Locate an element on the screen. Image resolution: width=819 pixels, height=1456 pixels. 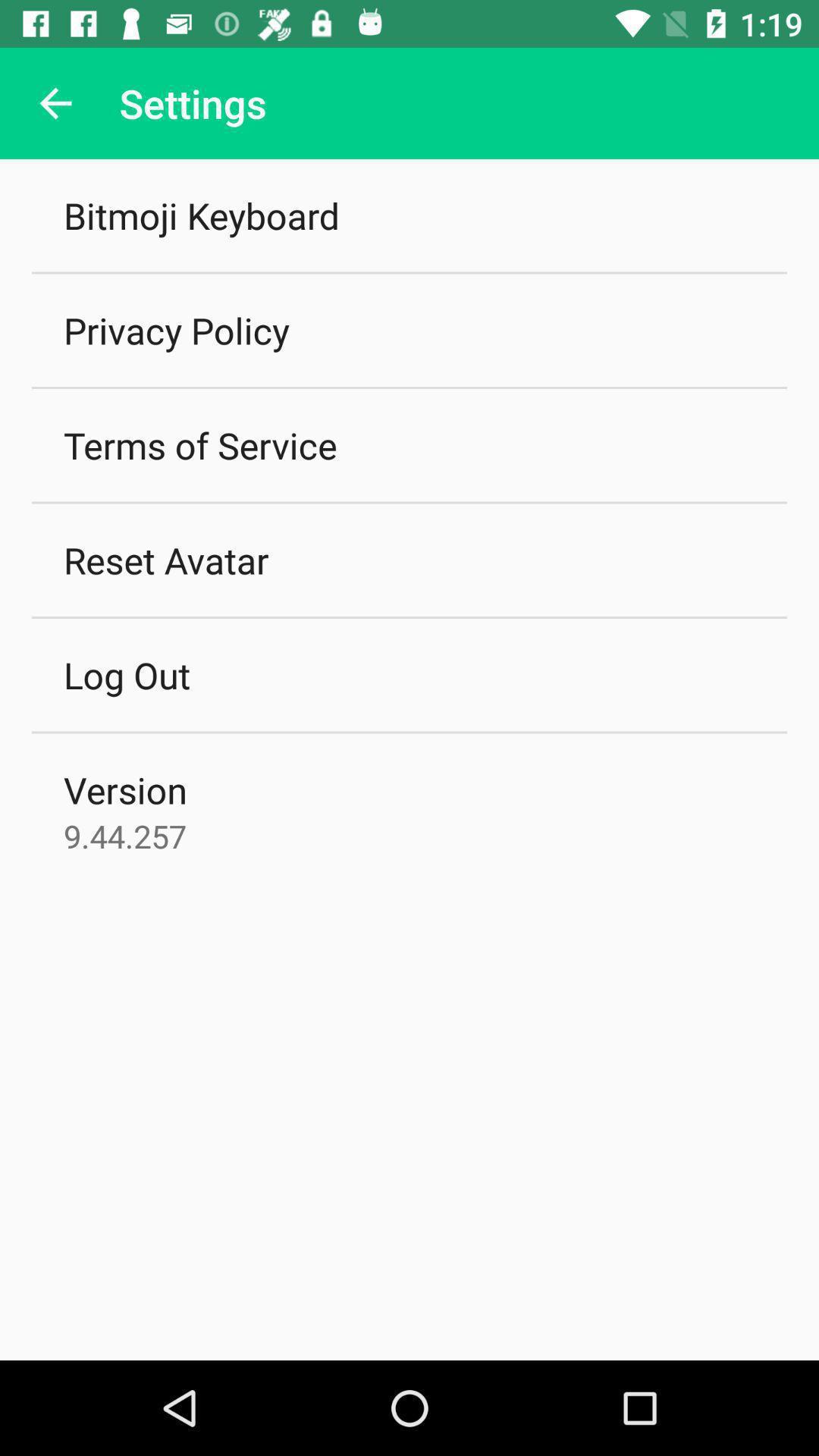
terms of service is located at coordinates (199, 444).